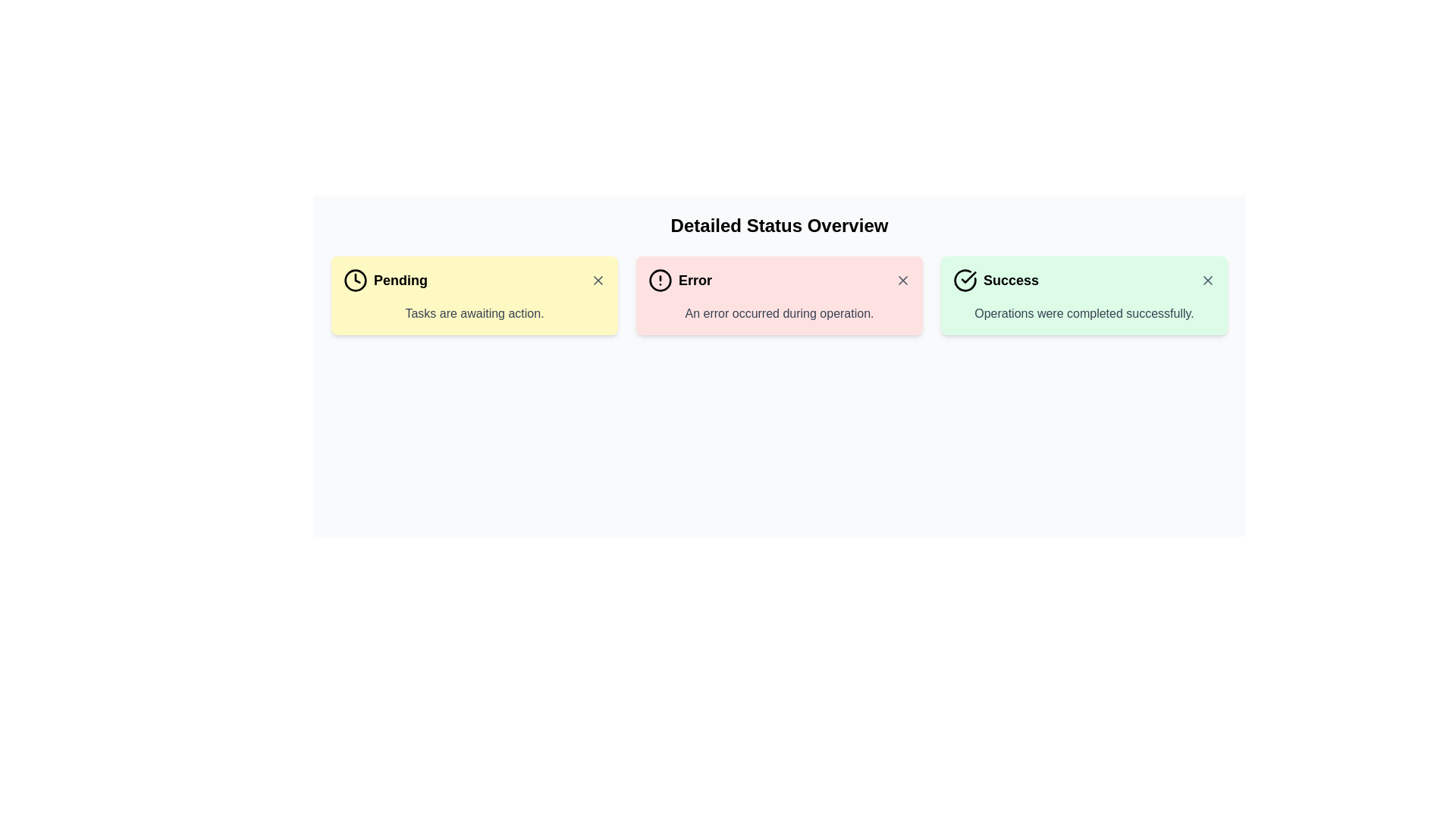 The height and width of the screenshot is (819, 1456). What do you see at coordinates (1207, 281) in the screenshot?
I see `the diagonal cross icon in the top-right corner of the 'Success' card` at bounding box center [1207, 281].